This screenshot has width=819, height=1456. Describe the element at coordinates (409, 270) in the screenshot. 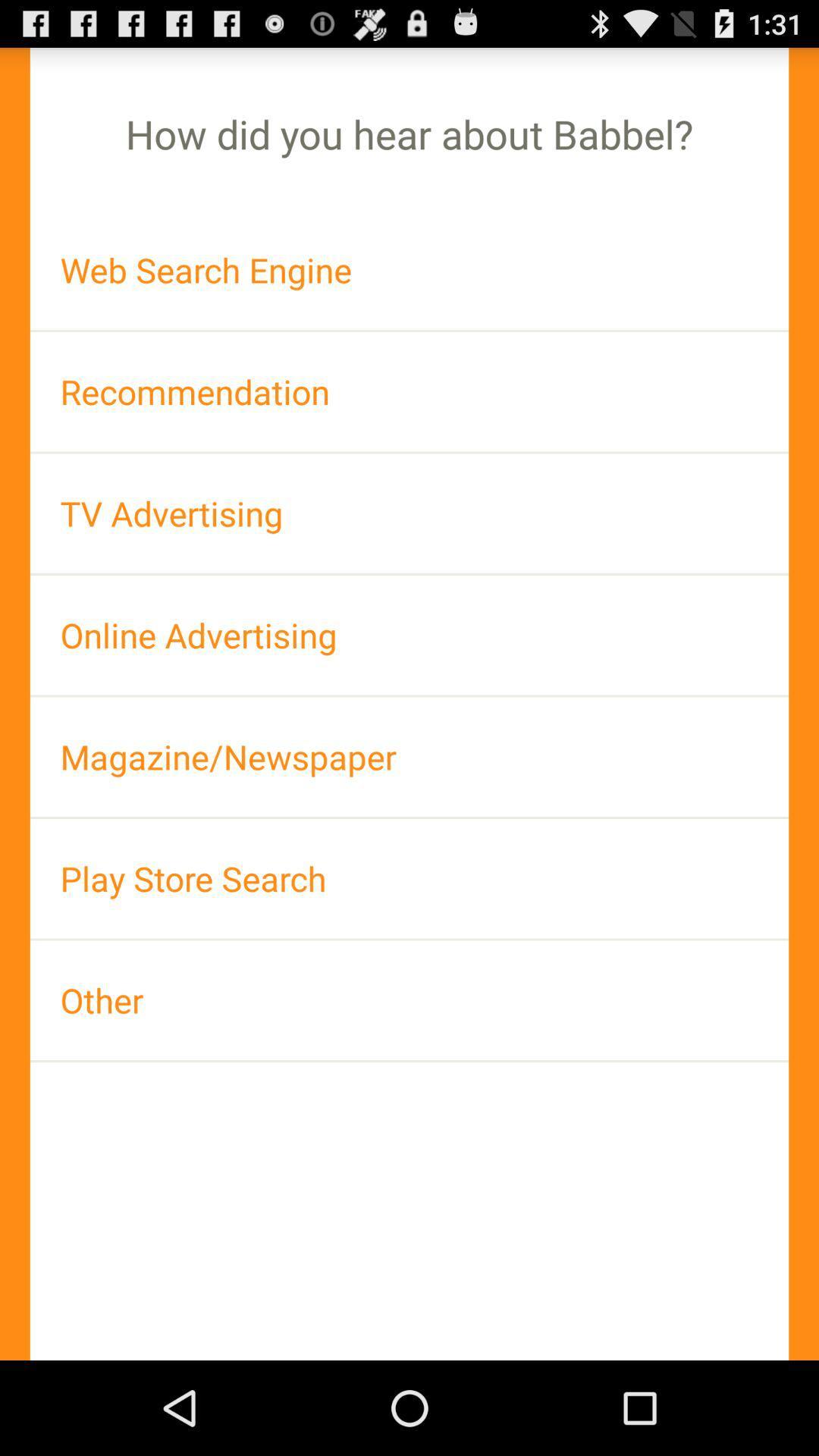

I see `web search engine icon` at that location.